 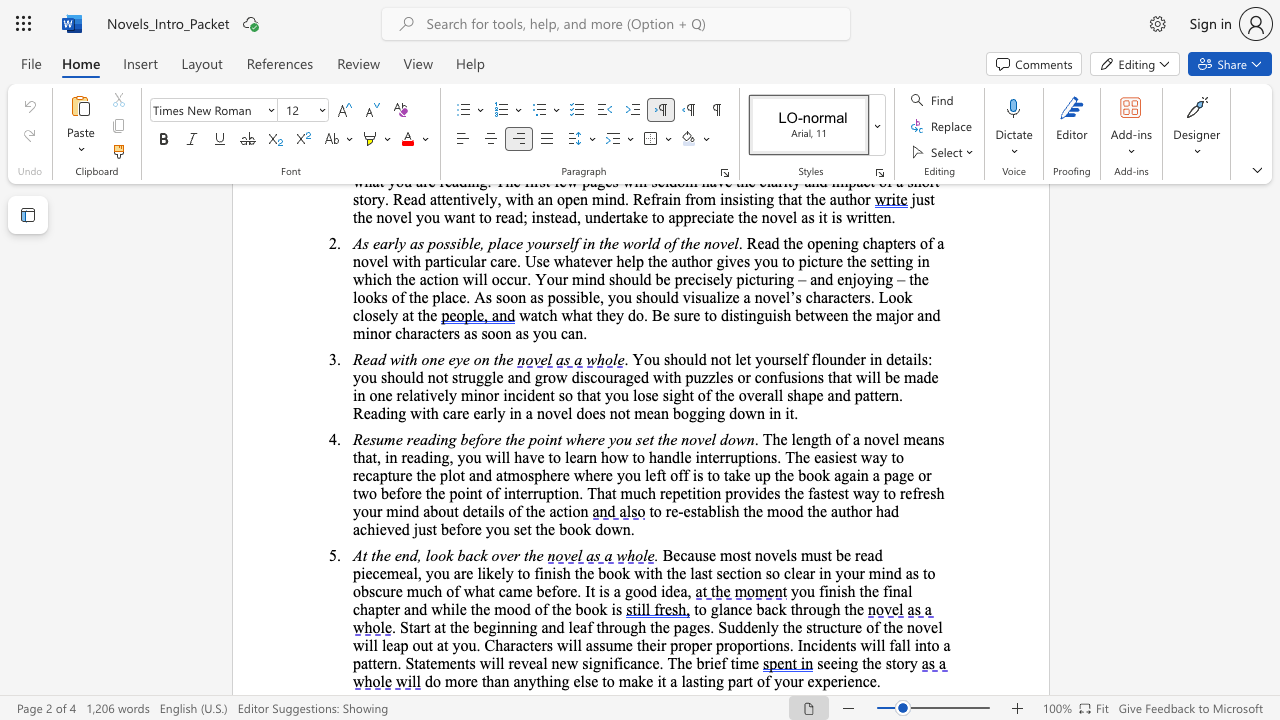 I want to click on the subset text "u f" within the text "you finish the", so click(x=807, y=590).